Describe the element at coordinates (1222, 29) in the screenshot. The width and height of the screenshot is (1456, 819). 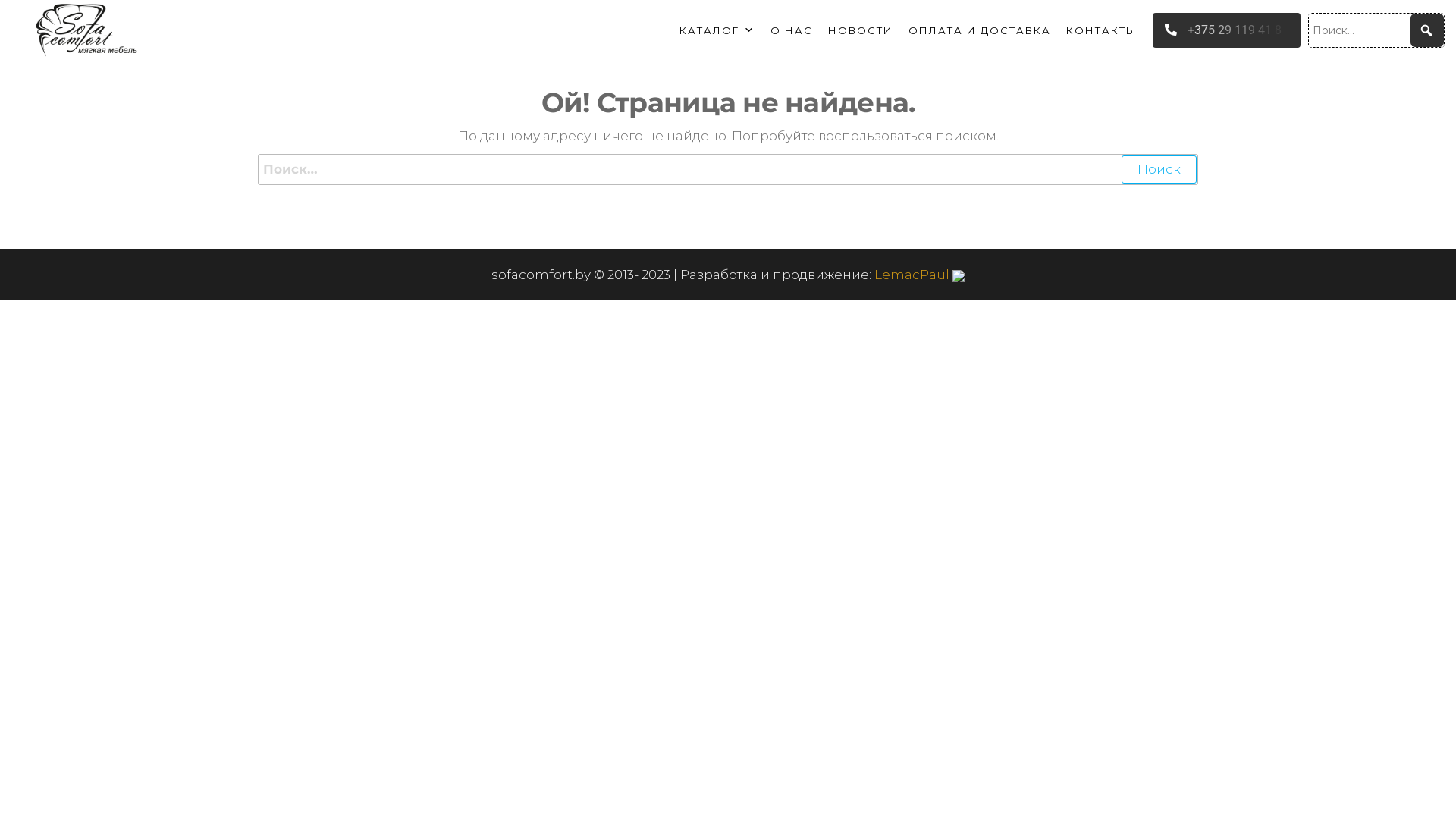
I see `'+375 29 119 41 8'` at that location.